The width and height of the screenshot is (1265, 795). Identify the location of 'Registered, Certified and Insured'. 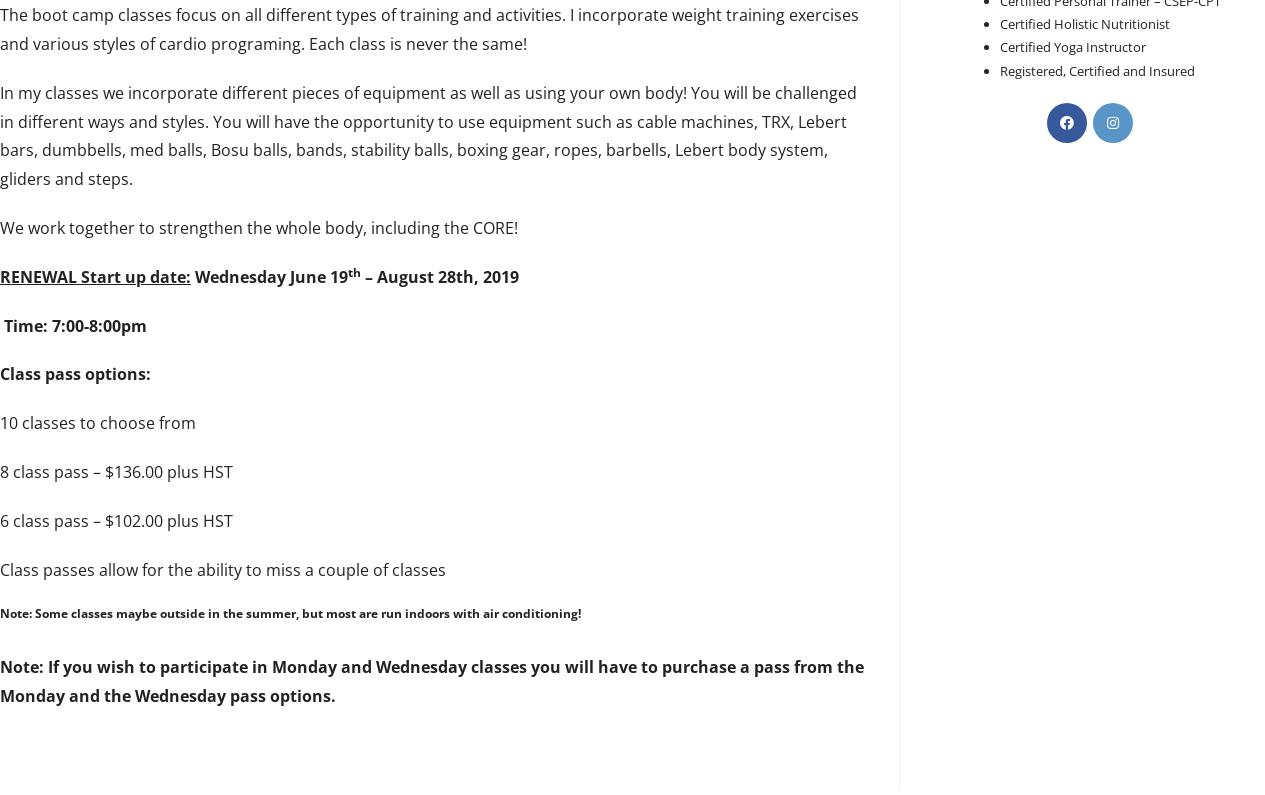
(999, 70).